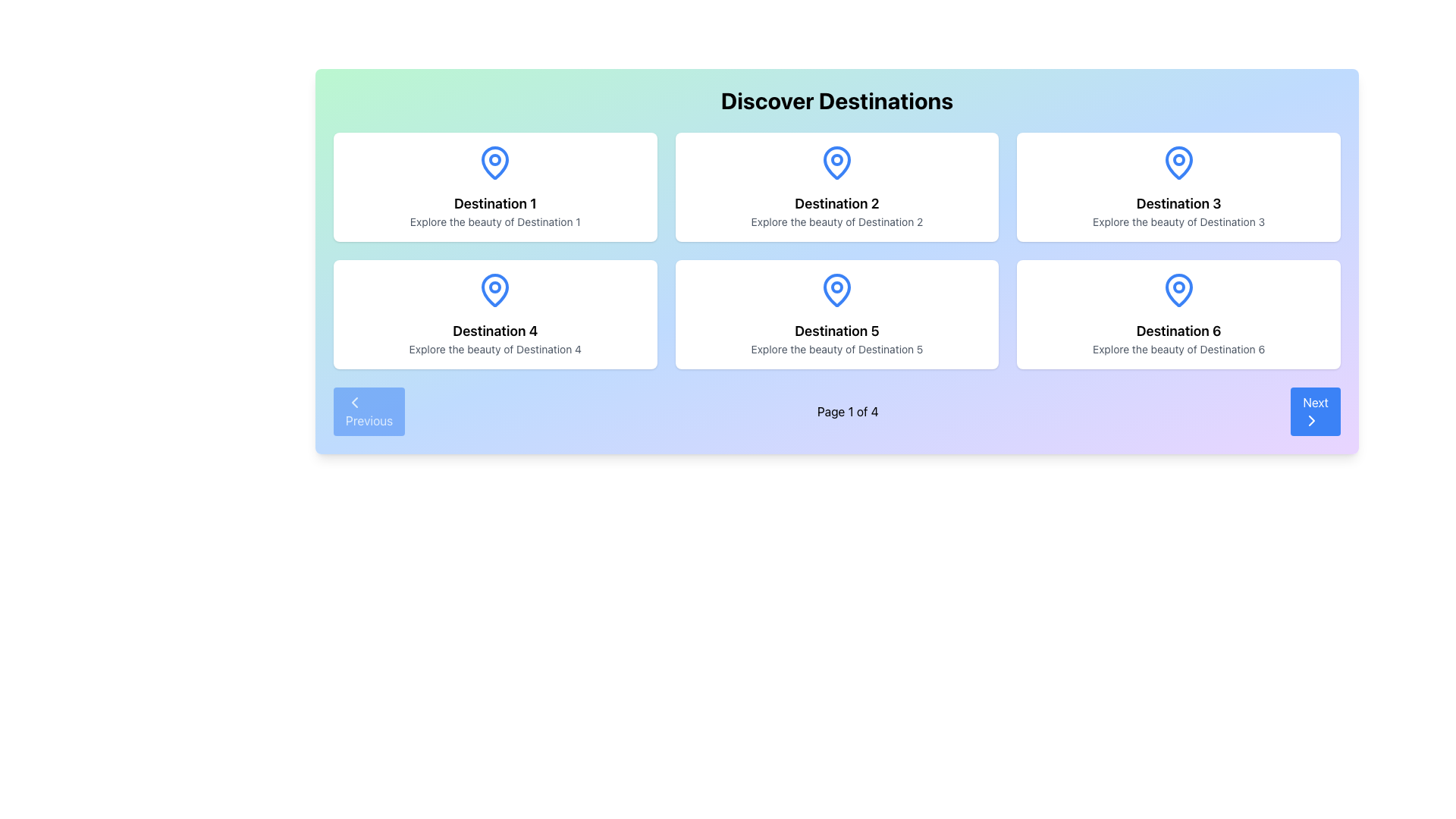  What do you see at coordinates (1178, 290) in the screenshot?
I see `the bottom portion of the blue map pin icon associated with the card labeled 'Destination 6', located in the bottom-right corner of the grid layout` at bounding box center [1178, 290].